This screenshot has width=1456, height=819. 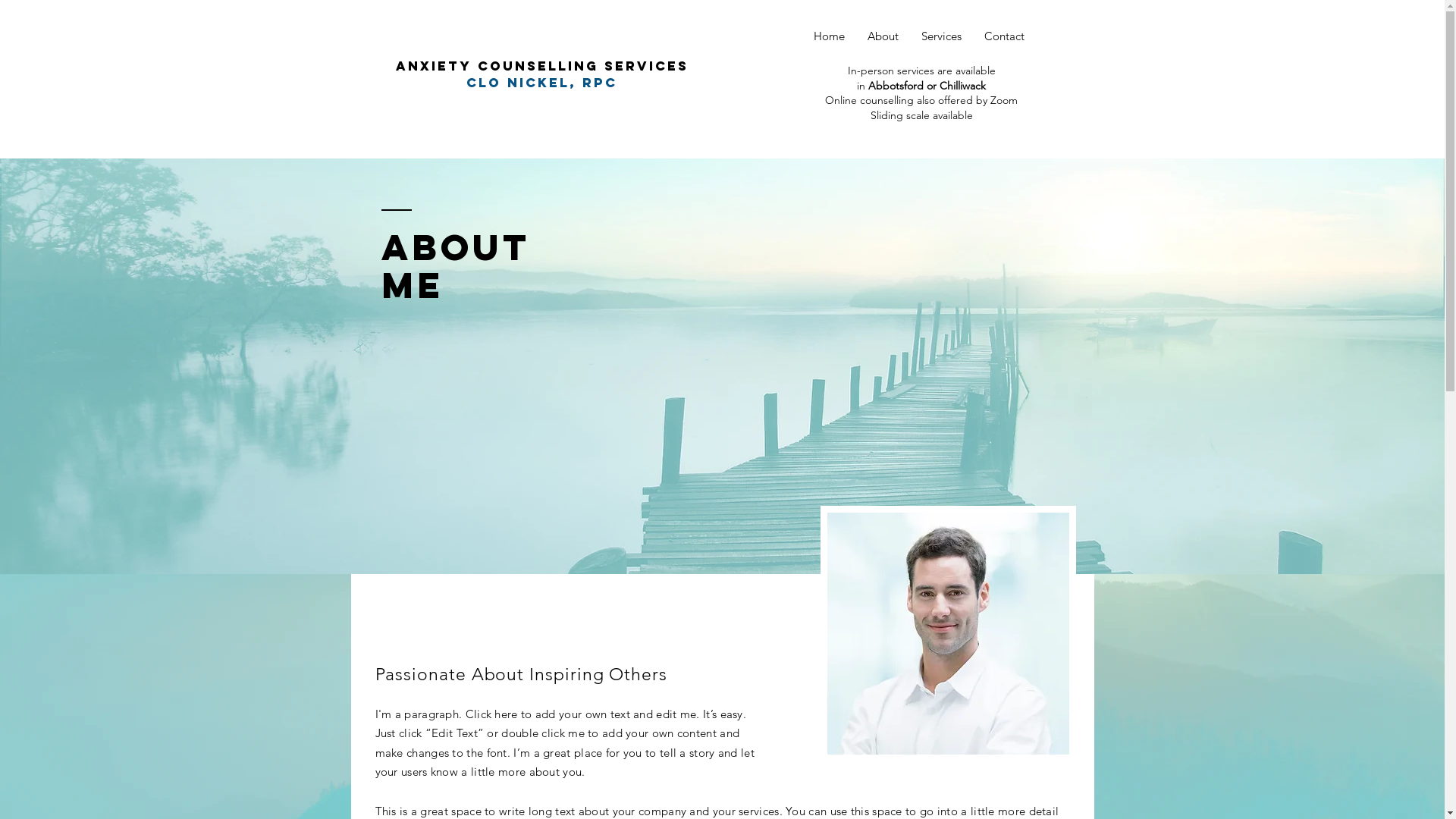 I want to click on 'Contact', so click(x=971, y=35).